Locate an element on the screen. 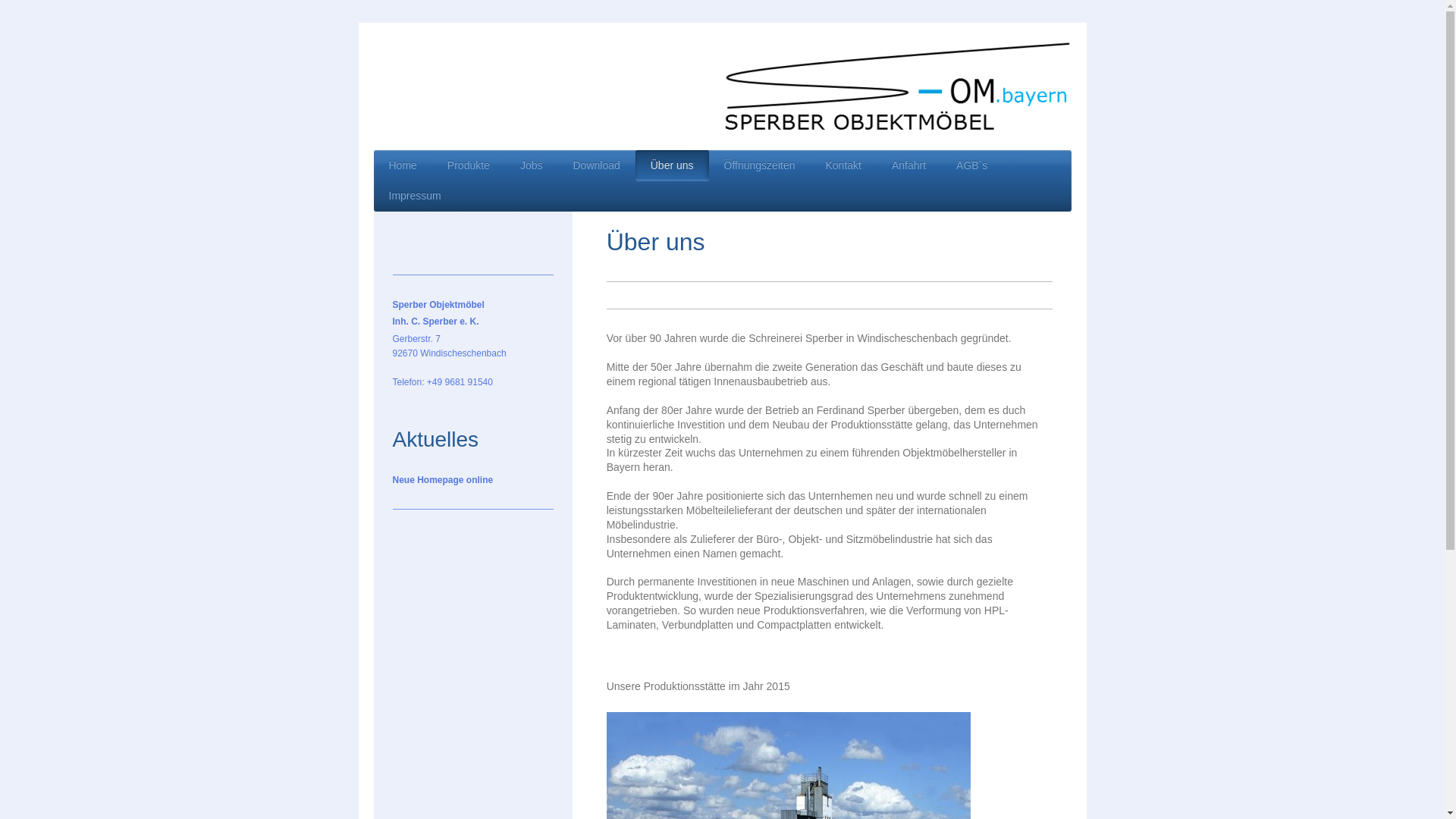 The width and height of the screenshot is (1456, 819). 'Kontakt' is located at coordinates (842, 165).